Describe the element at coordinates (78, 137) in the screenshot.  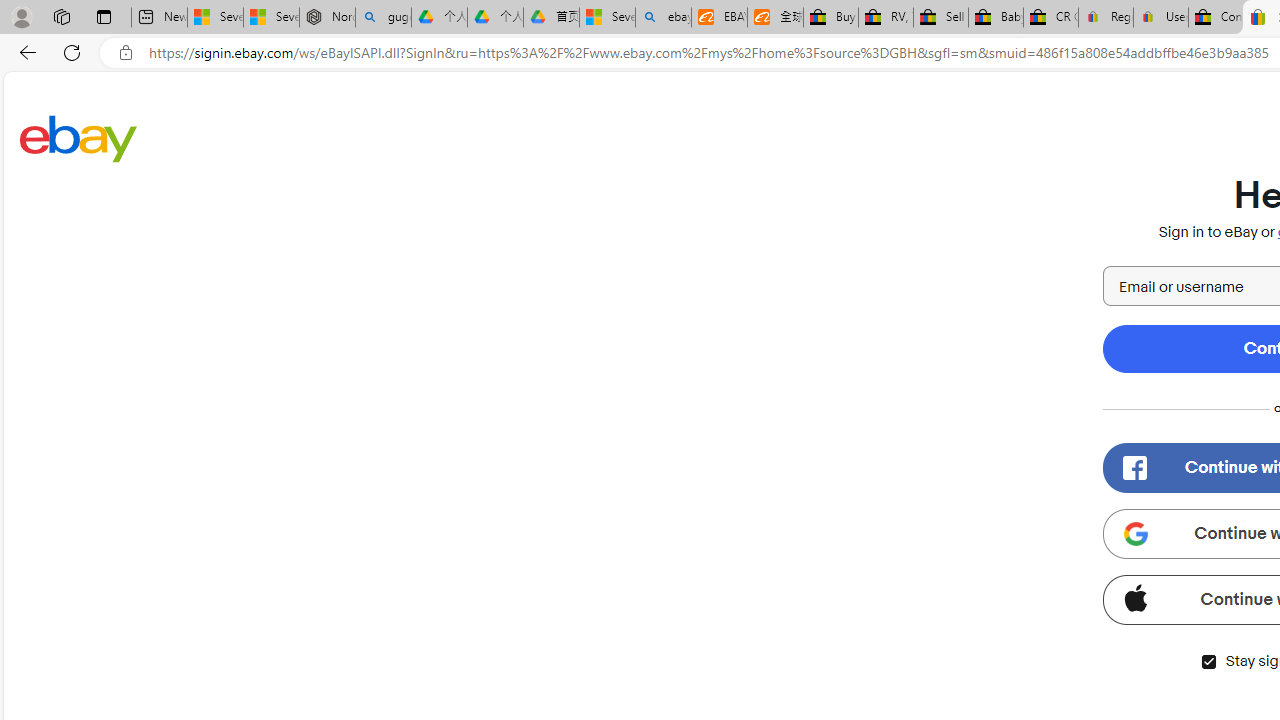
I see `'eBay Home'` at that location.